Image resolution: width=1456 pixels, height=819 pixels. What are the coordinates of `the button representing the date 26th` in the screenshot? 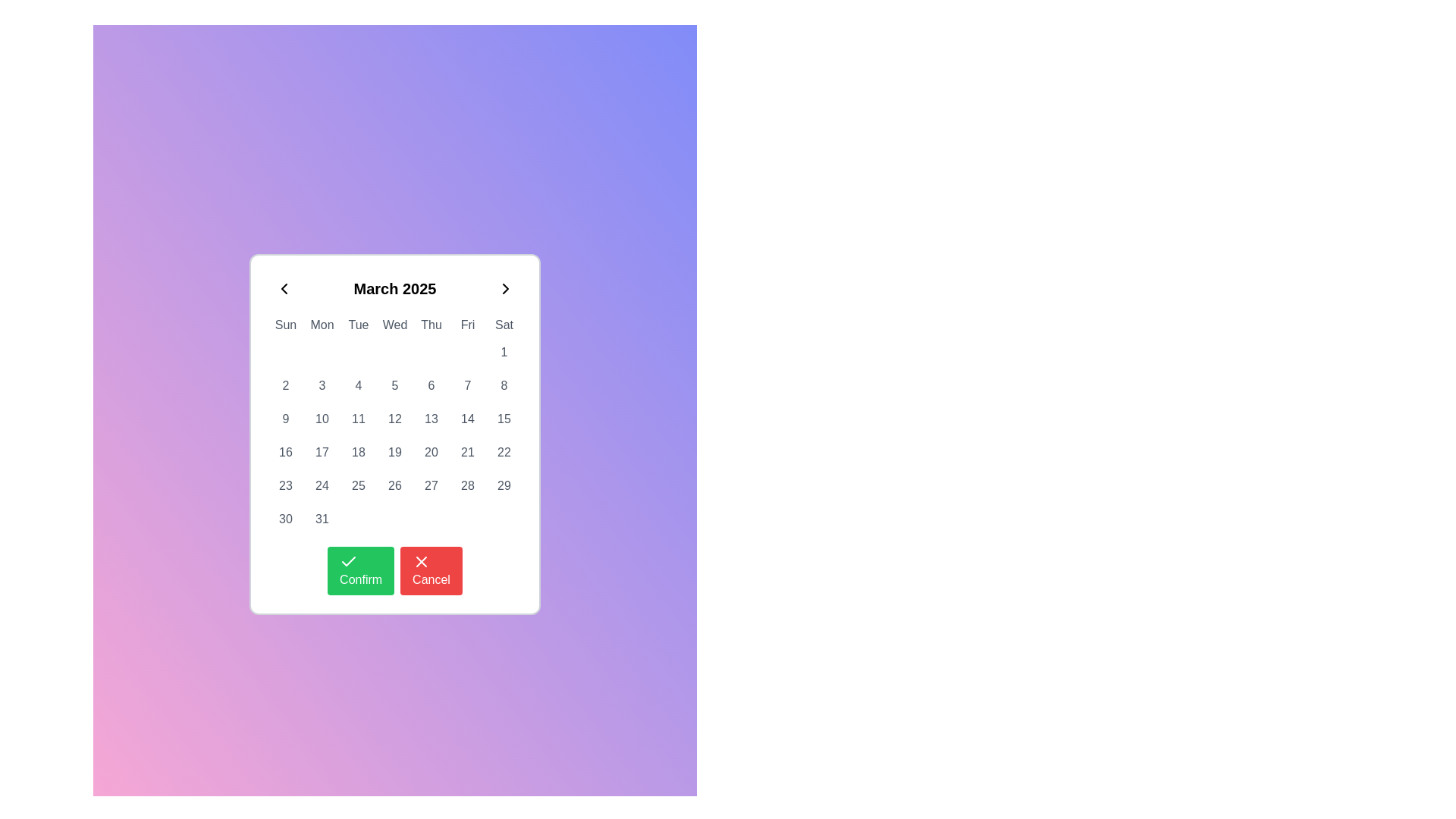 It's located at (395, 485).